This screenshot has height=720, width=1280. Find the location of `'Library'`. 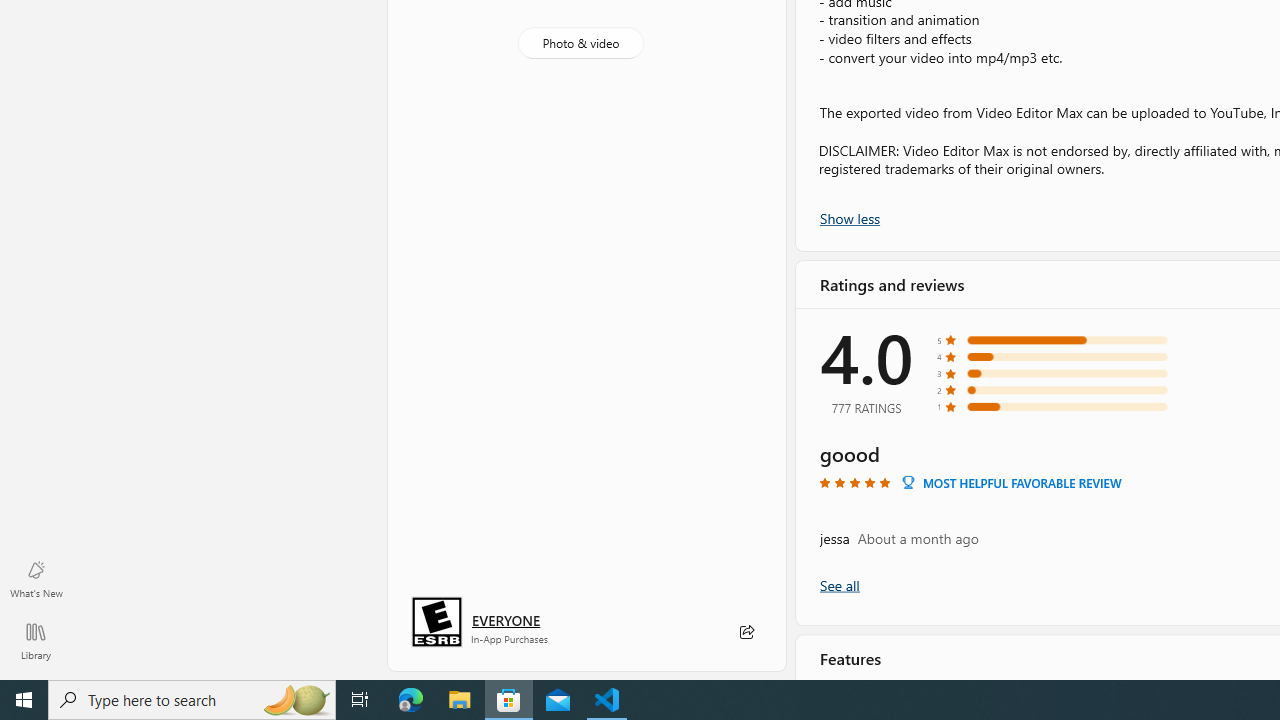

'Library' is located at coordinates (35, 640).